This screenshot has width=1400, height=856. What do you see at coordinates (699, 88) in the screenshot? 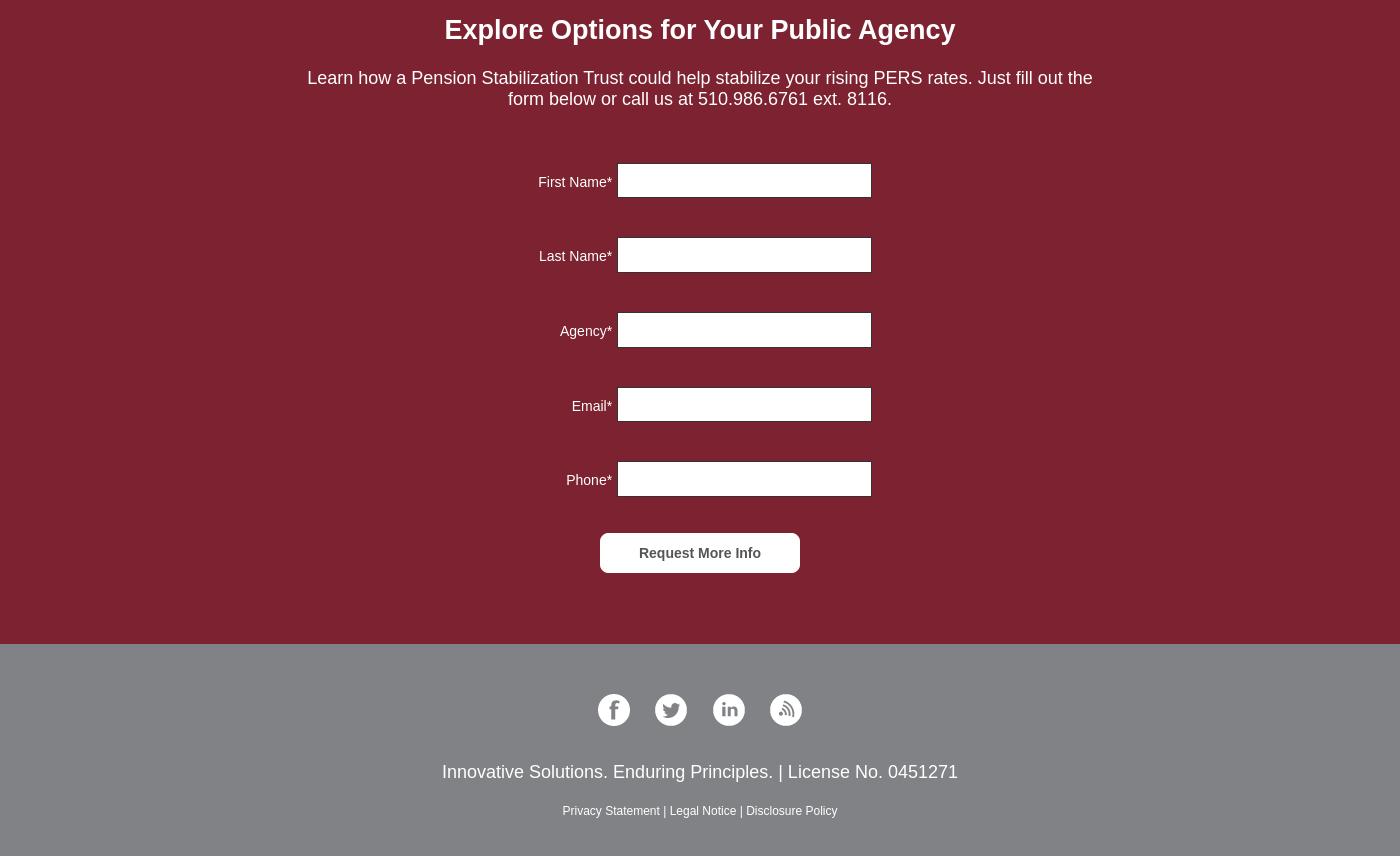
I see `'Learn how a Pension Stabilization Trust could help stabilize your rising PERS rates. Just fill out the form below or call us at 510.986.6761 ext. 8116.'` at bounding box center [699, 88].